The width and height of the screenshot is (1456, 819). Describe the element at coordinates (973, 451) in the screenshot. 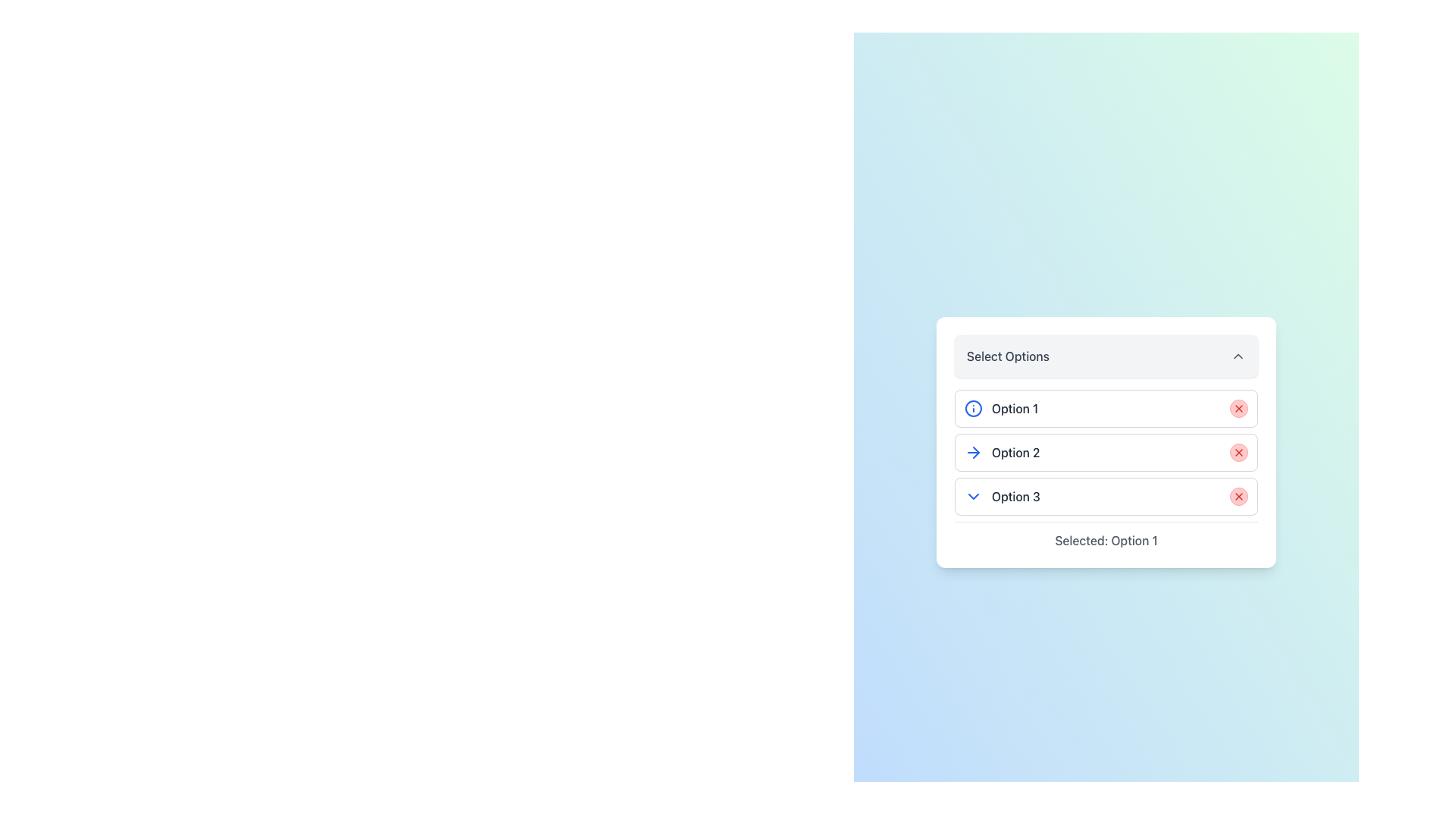

I see `the rightward-pointing blue arrow icon that is part of the 'Option 2' control, located to the left of the label 'Option 2'` at that location.